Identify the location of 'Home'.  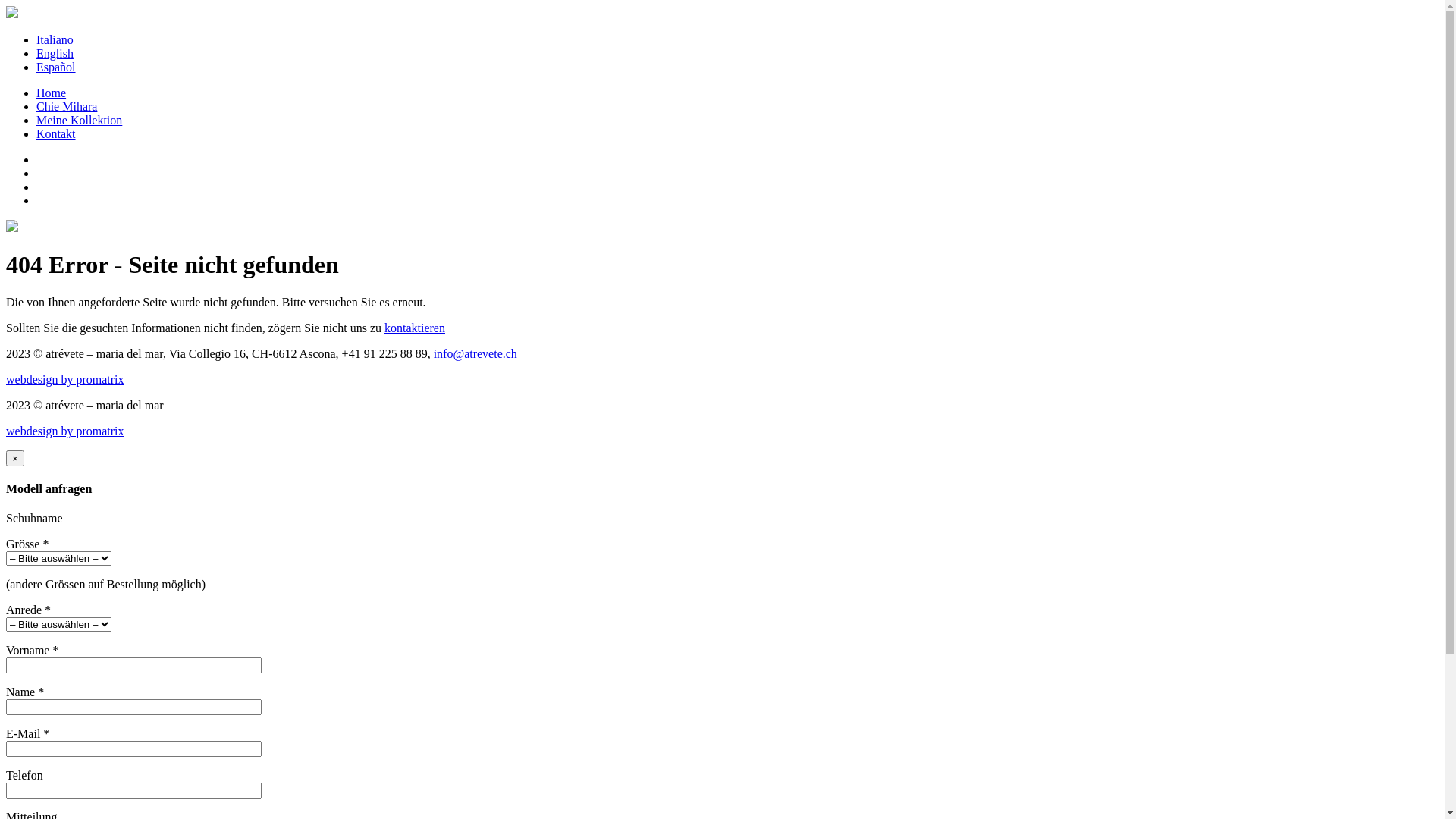
(36, 93).